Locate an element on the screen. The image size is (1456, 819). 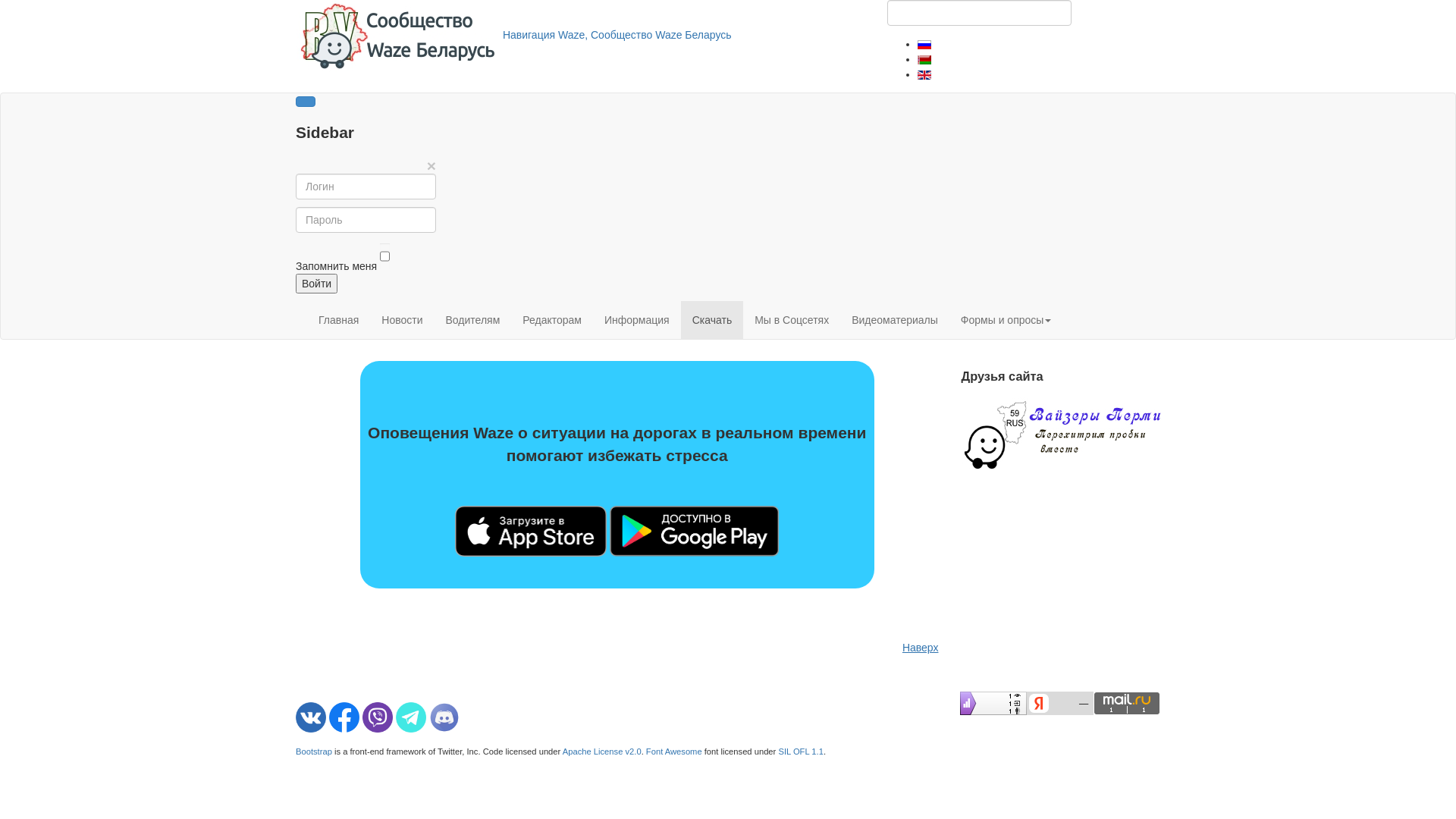
'Apache License v2.0' is located at coordinates (562, 752).